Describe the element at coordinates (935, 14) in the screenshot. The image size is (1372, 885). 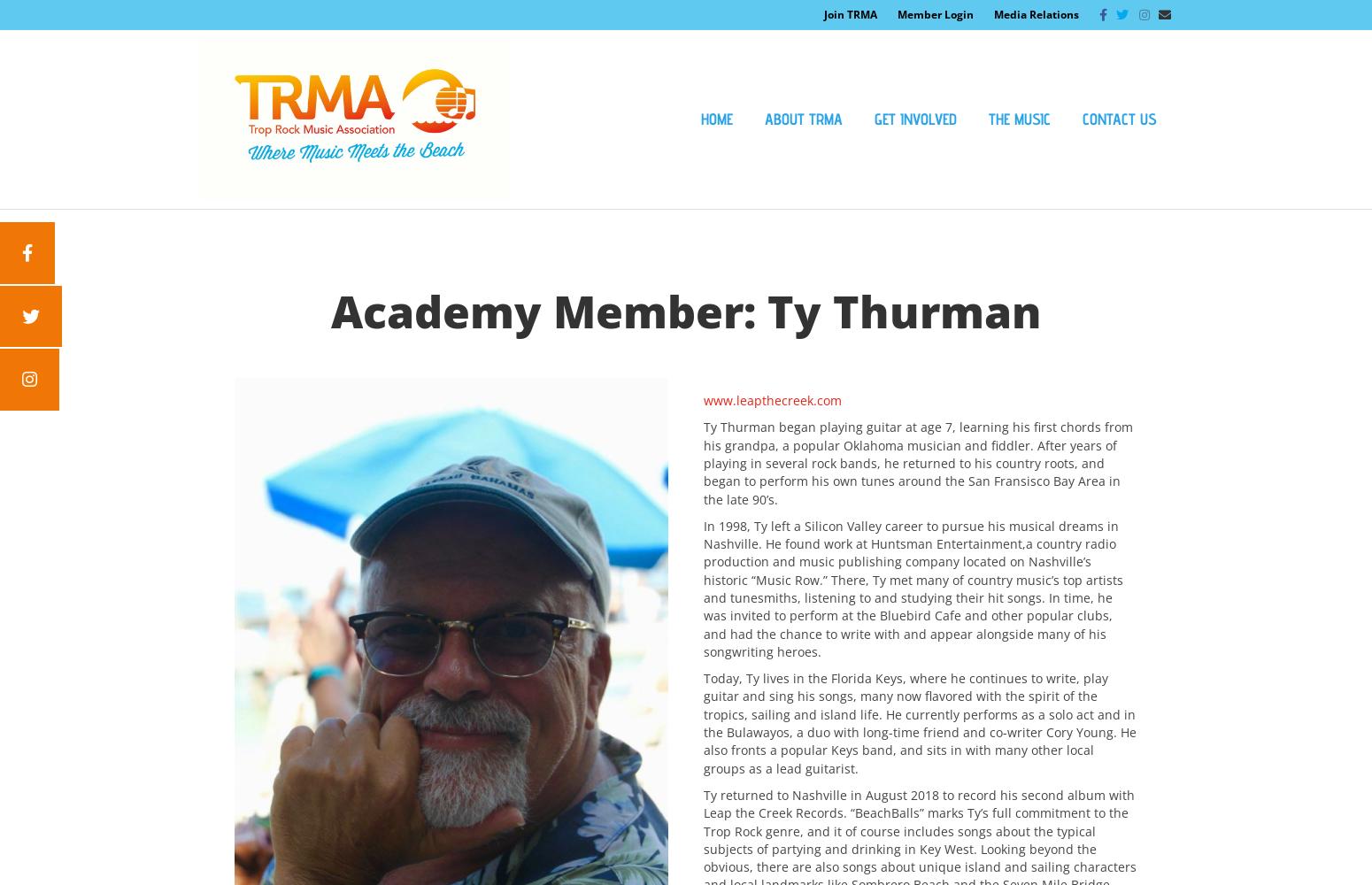
I see `'Member Login'` at that location.